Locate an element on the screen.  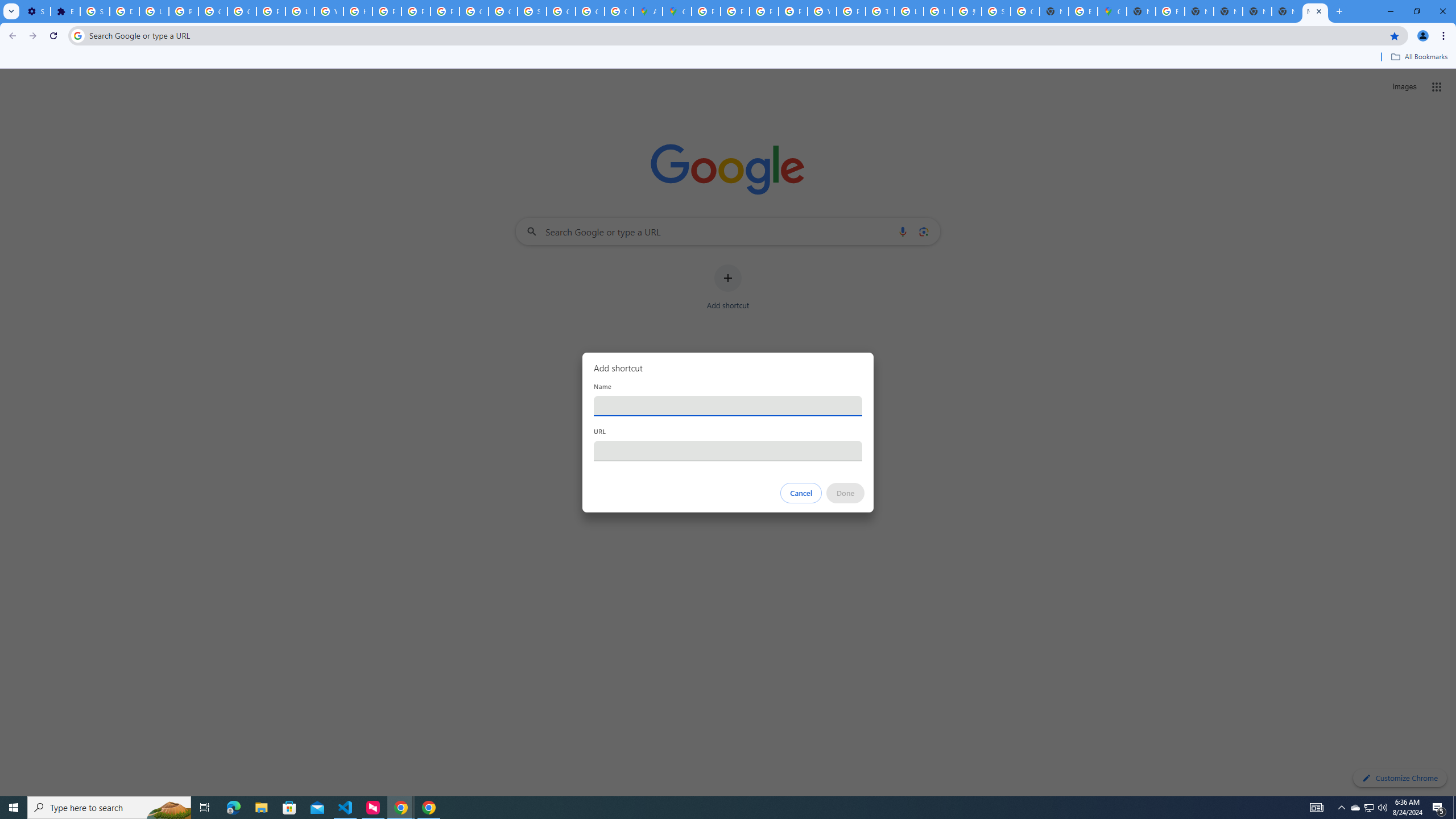
'Google Account Help' is located at coordinates (213, 11).